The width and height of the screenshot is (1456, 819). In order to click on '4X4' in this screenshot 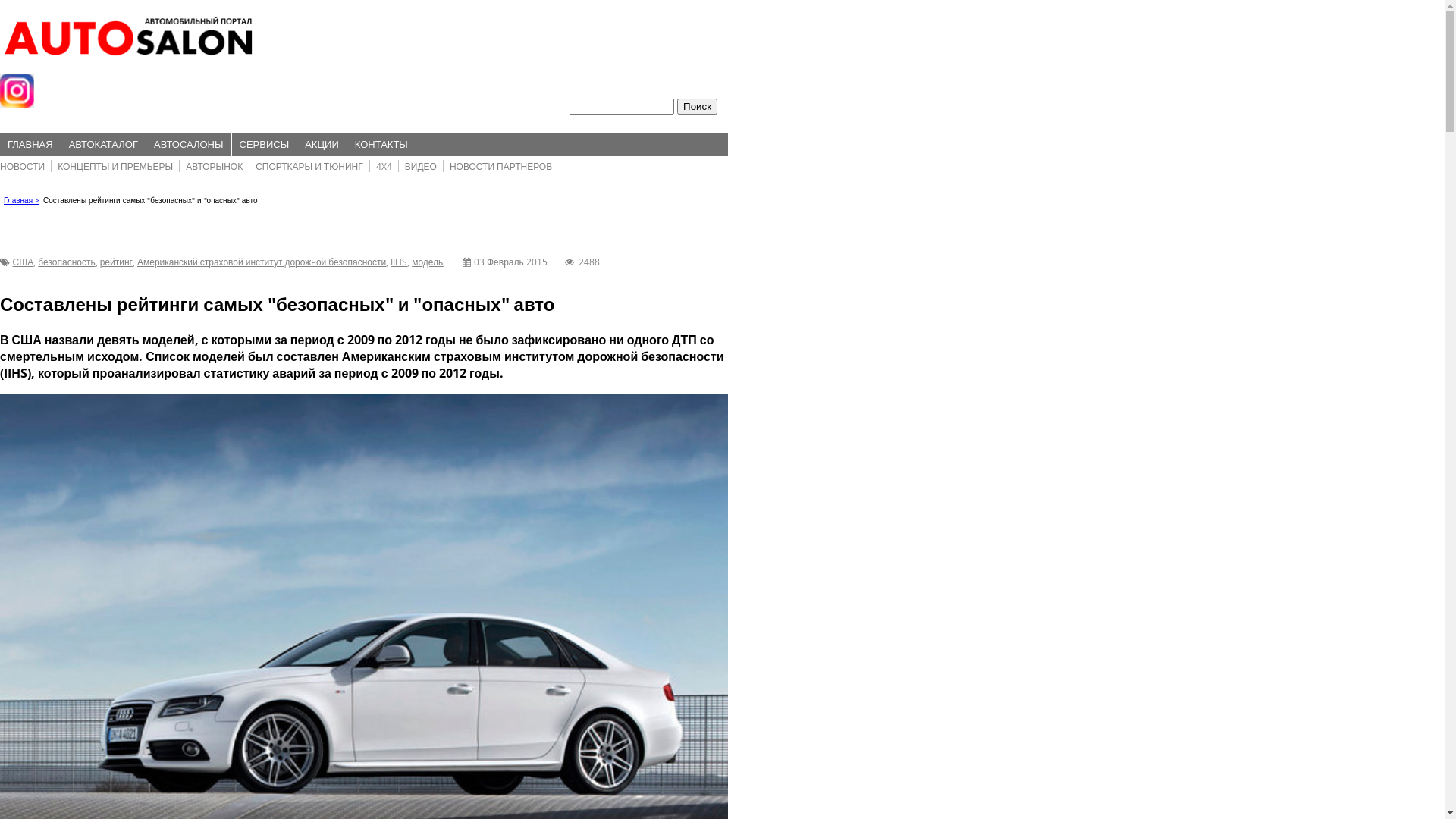, I will do `click(384, 166)`.